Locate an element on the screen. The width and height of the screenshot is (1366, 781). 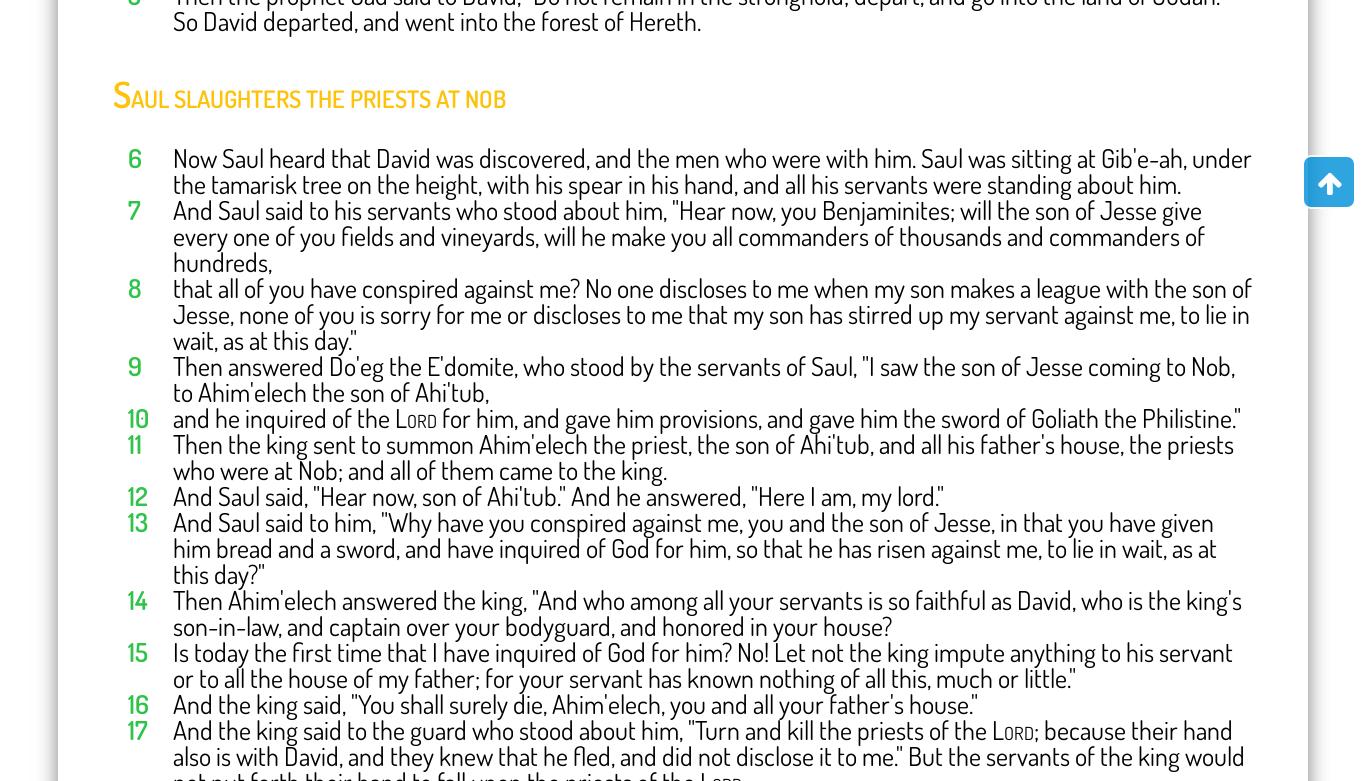
'16' is located at coordinates (137, 701).